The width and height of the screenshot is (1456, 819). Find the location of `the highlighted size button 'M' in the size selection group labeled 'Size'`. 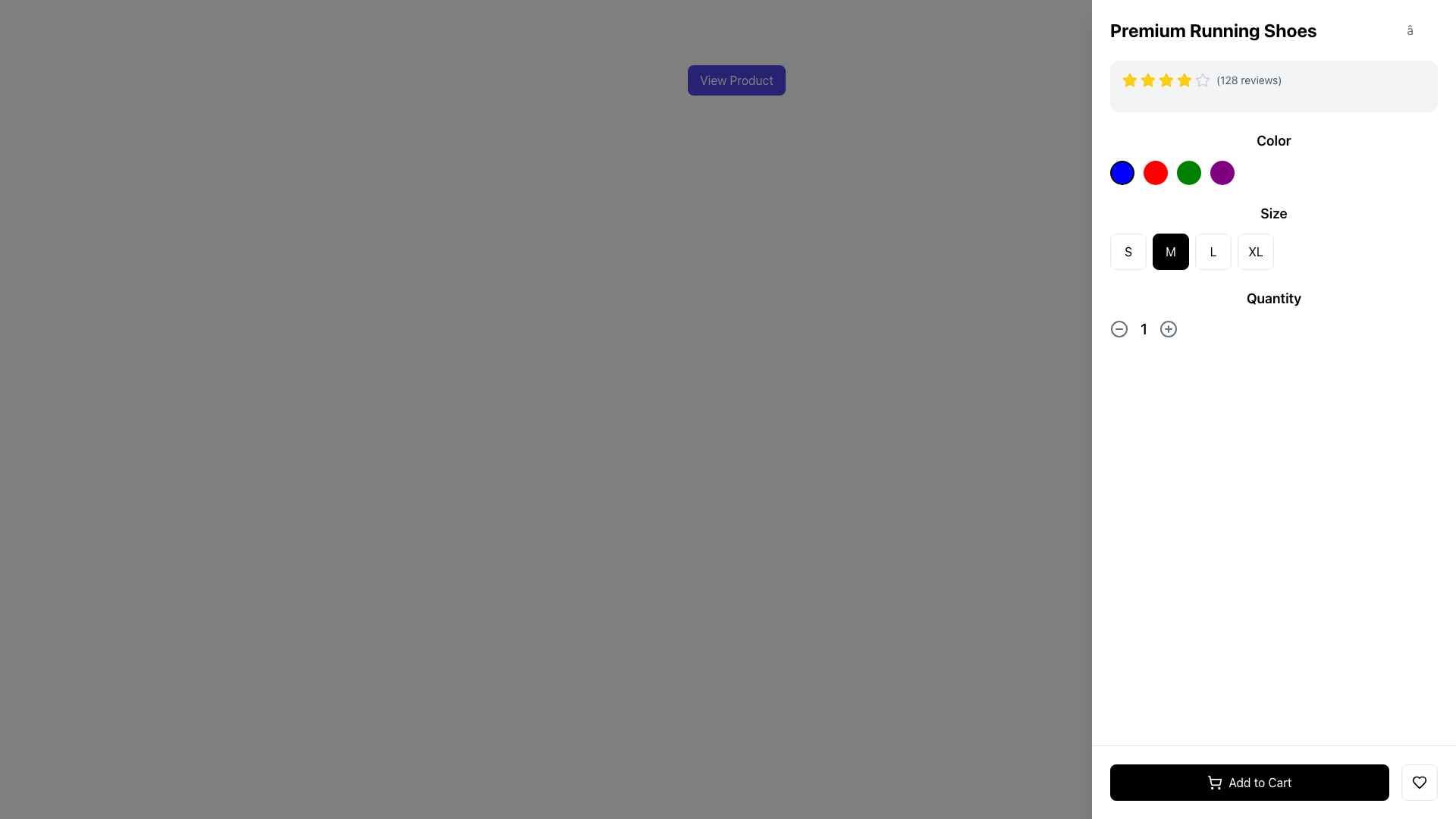

the highlighted size button 'M' in the size selection group labeled 'Size' is located at coordinates (1274, 237).